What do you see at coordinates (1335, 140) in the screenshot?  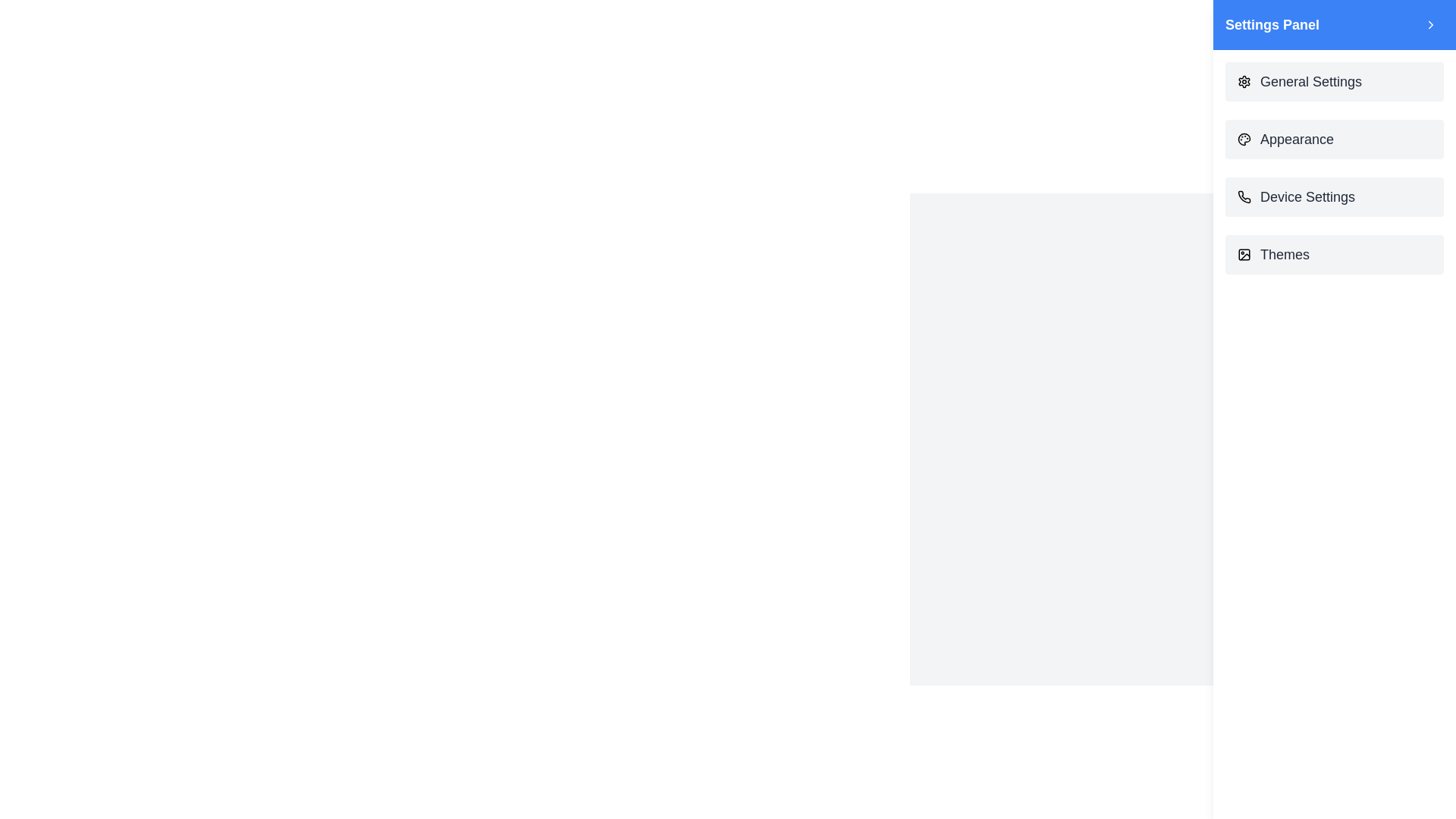 I see `the second item in the vertical list on the right-hand side of the interface` at bounding box center [1335, 140].